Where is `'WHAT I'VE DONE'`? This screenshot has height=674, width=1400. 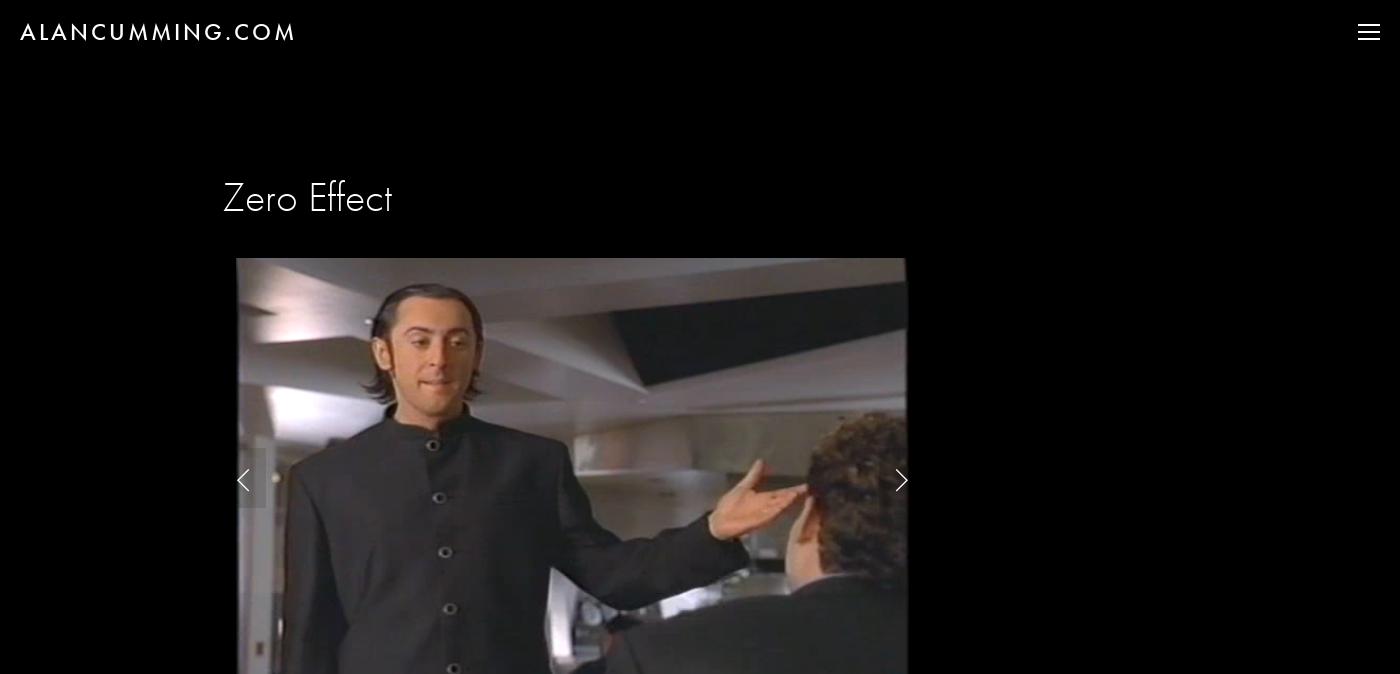
'WHAT I'VE DONE' is located at coordinates (1251, 103).